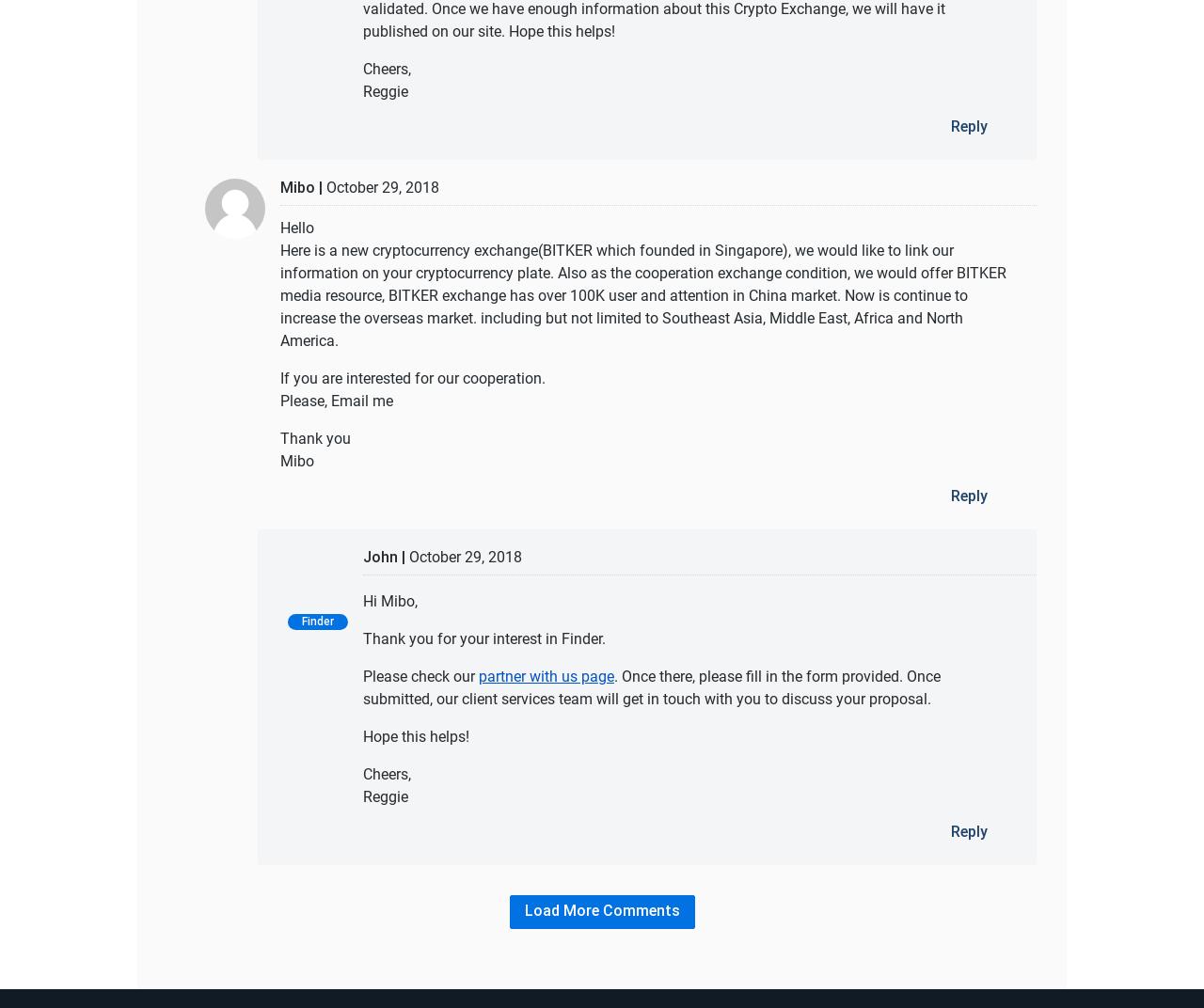 This screenshot has height=1008, width=1204. Describe the element at coordinates (315, 436) in the screenshot. I see `'Thank you'` at that location.